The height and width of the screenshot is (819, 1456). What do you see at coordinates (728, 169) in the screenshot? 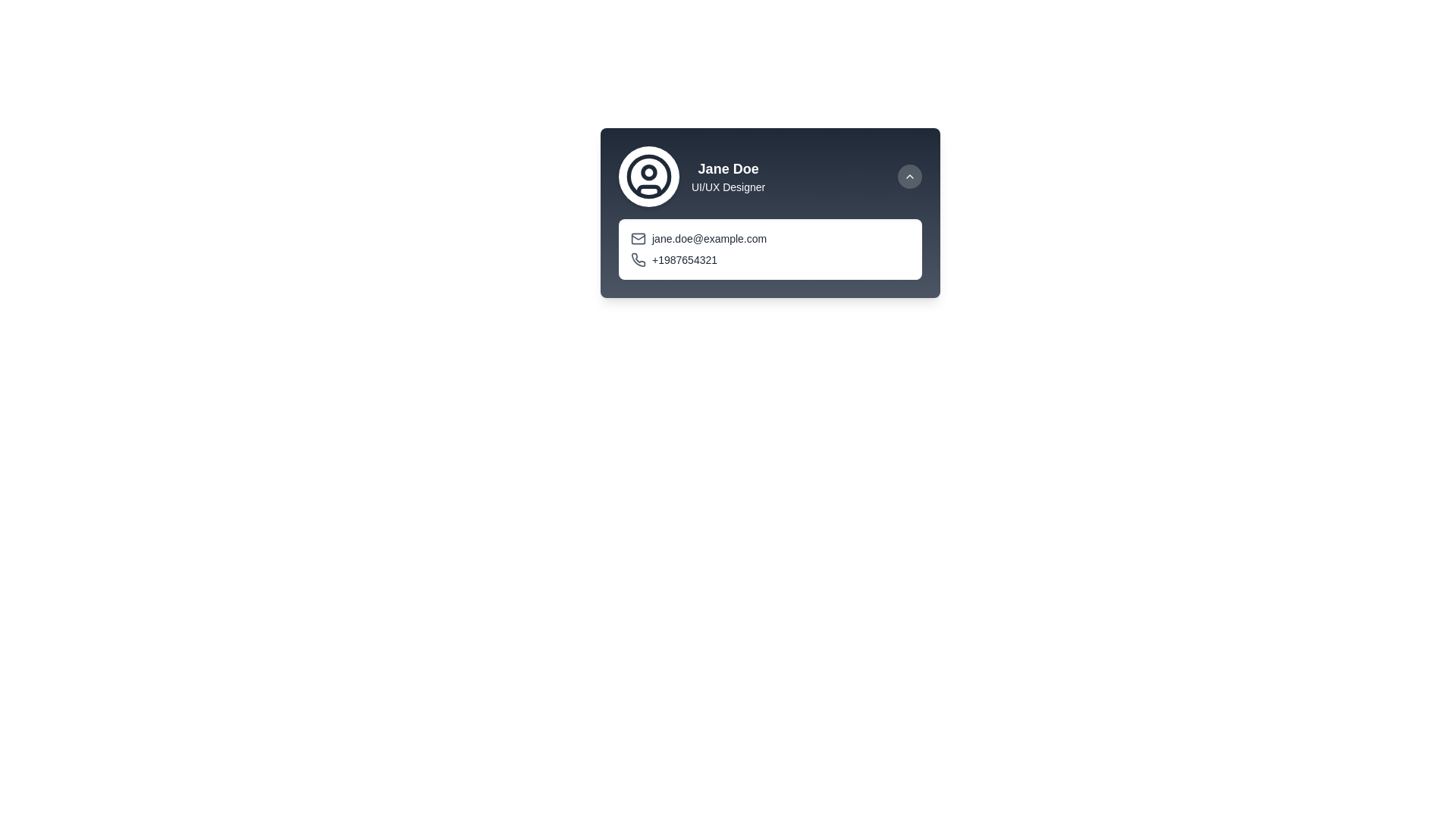
I see `text label displaying 'Jane Doe', which is styled in bold and is positioned in the upper section of the profile card next to the avatar icon` at bounding box center [728, 169].